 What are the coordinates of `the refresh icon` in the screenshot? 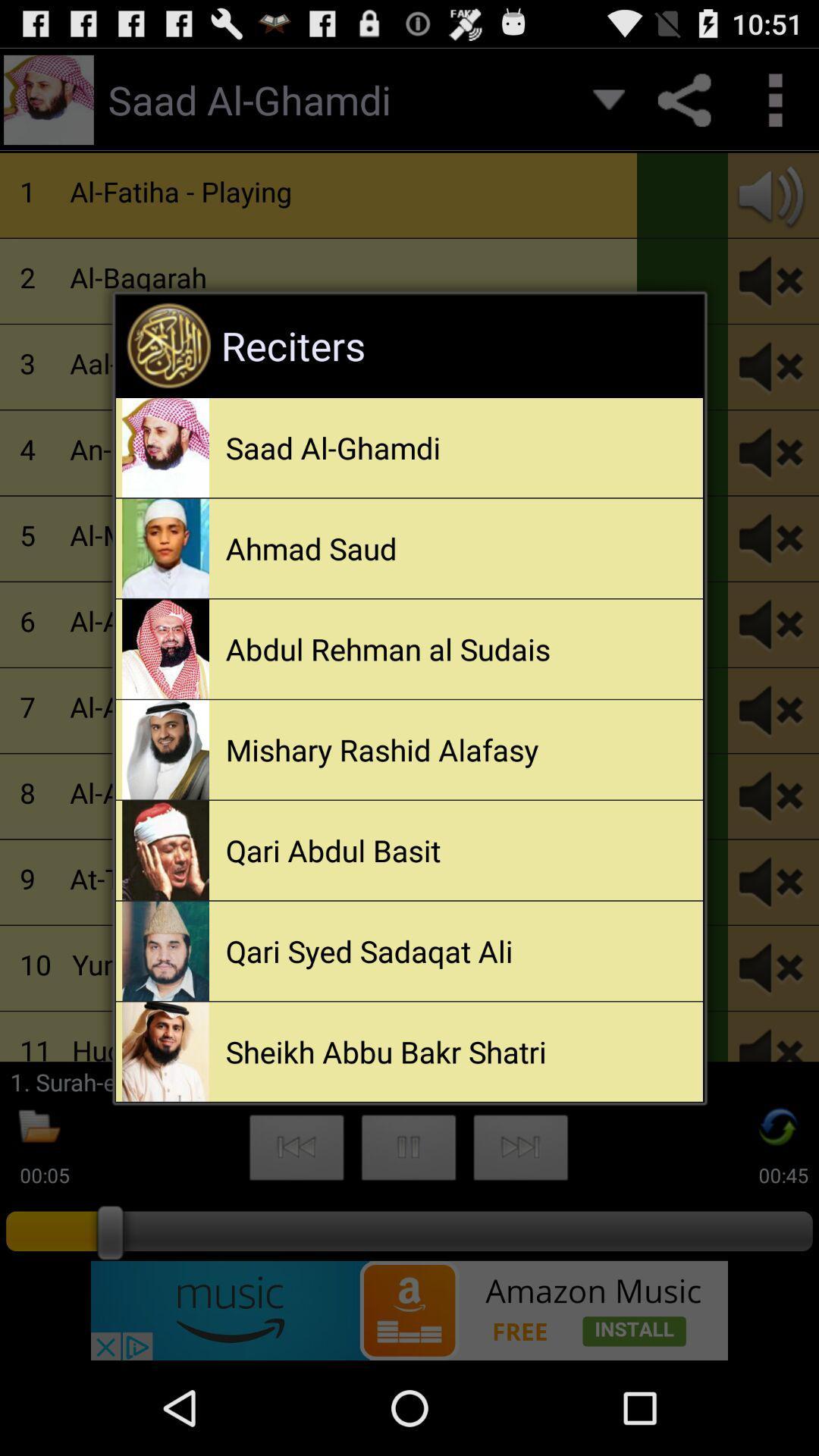 It's located at (779, 1210).